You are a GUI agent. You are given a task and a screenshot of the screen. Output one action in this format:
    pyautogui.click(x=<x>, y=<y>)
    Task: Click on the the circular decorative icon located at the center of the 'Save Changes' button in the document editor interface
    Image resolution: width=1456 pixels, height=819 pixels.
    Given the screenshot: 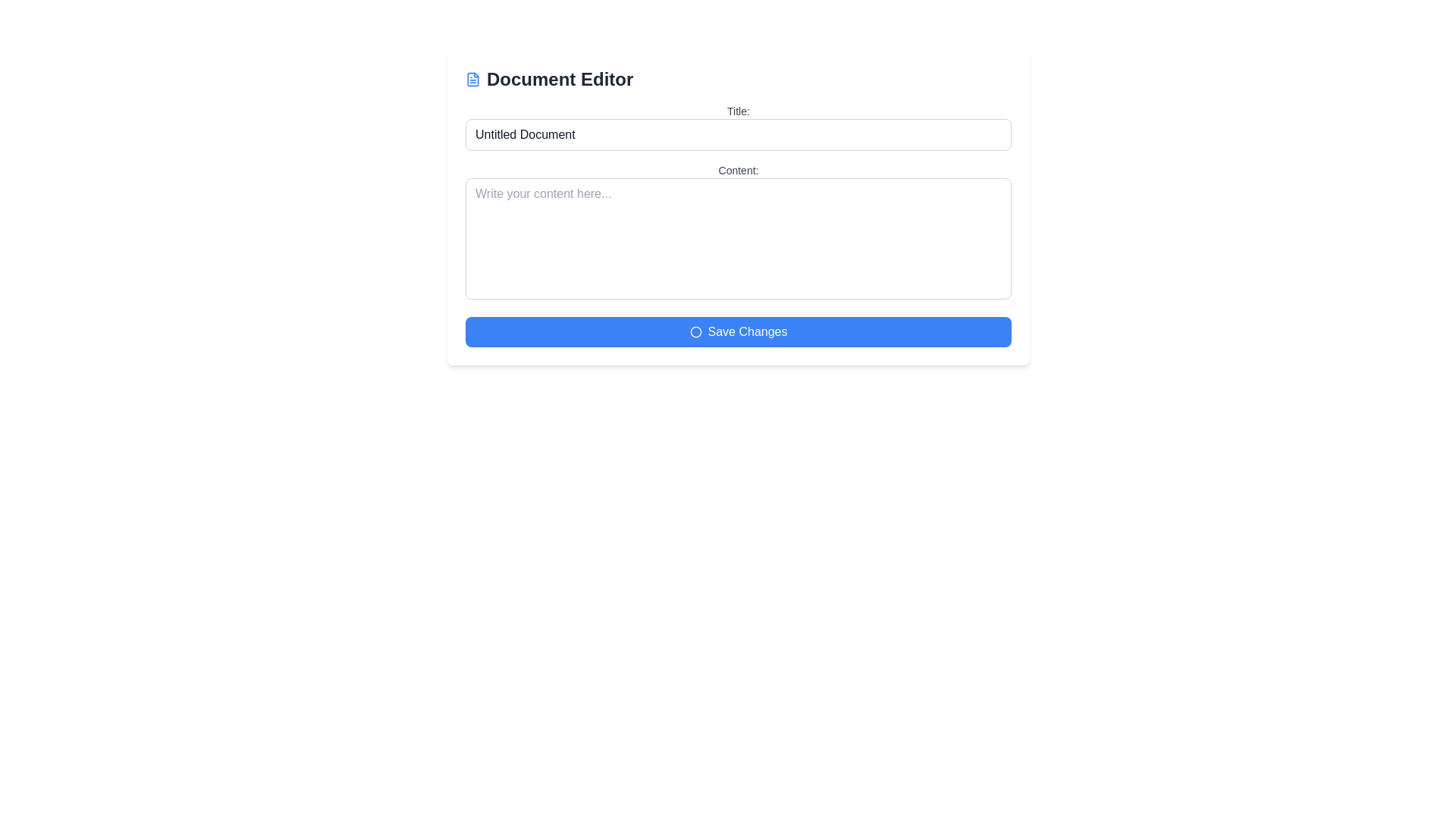 What is the action you would take?
    pyautogui.click(x=695, y=331)
    